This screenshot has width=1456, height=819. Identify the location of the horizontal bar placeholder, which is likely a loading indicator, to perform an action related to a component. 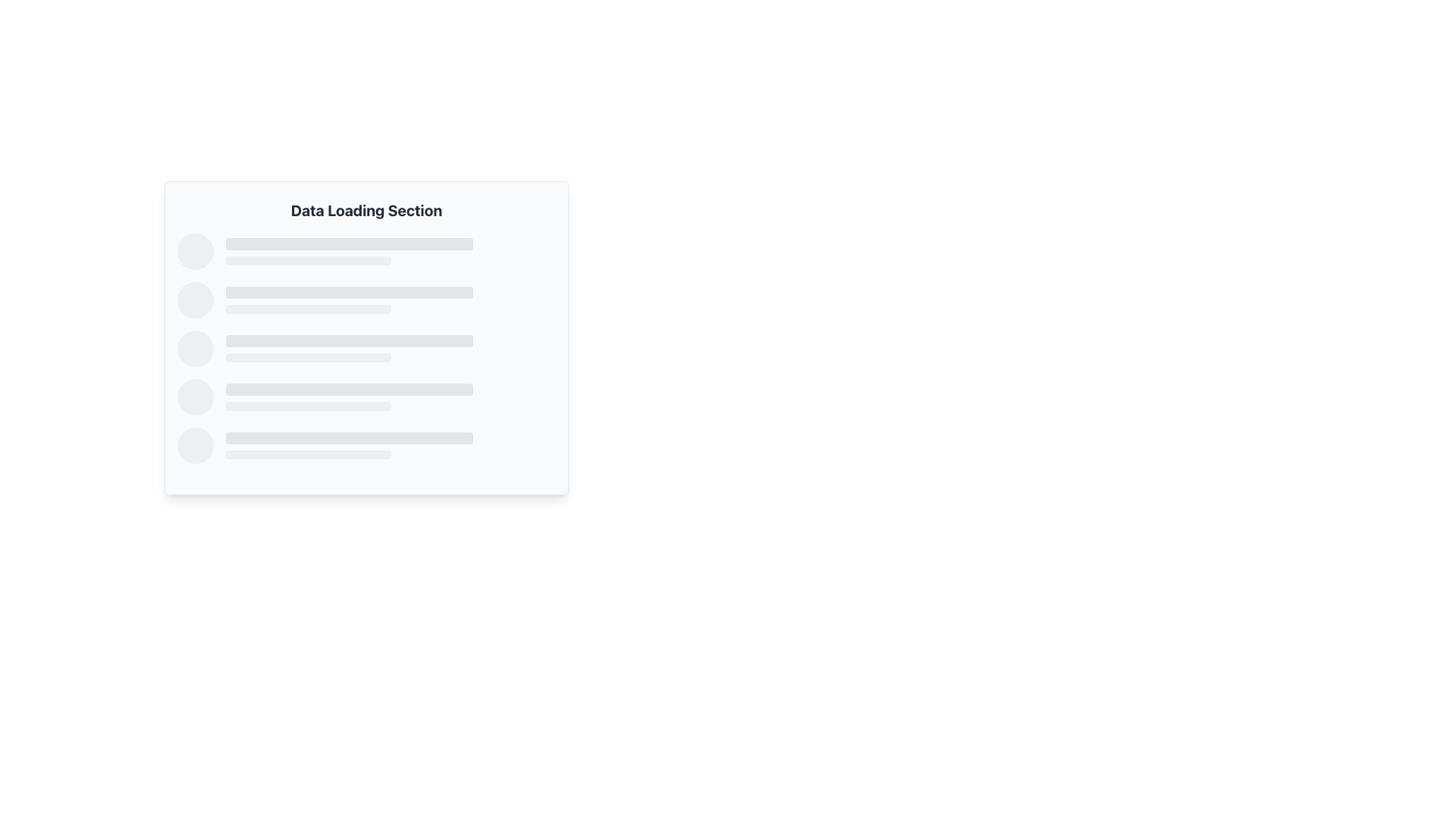
(349, 292).